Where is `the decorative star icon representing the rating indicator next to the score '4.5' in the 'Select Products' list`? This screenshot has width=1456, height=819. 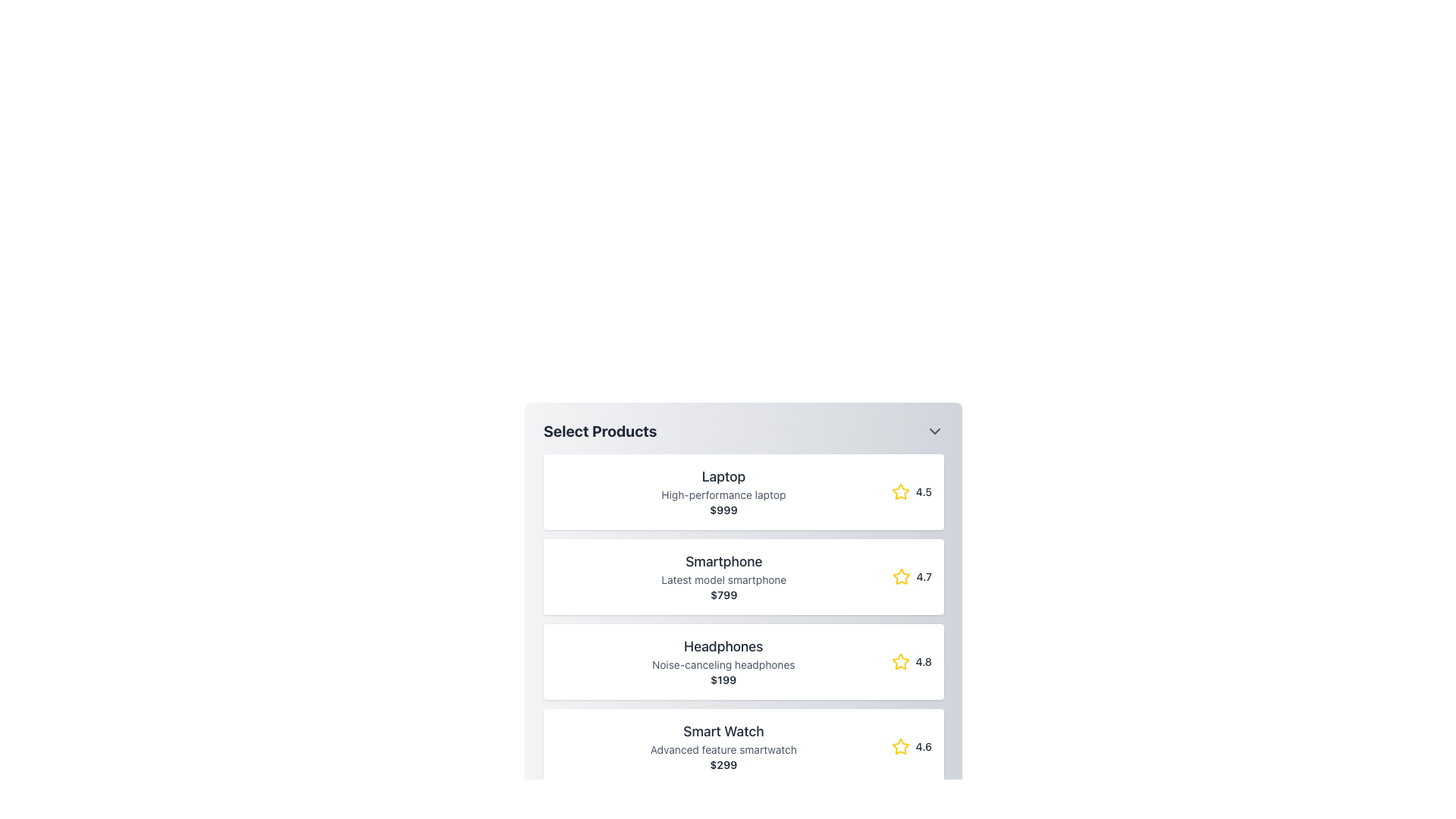
the decorative star icon representing the rating indicator next to the score '4.5' in the 'Select Products' list is located at coordinates (900, 491).